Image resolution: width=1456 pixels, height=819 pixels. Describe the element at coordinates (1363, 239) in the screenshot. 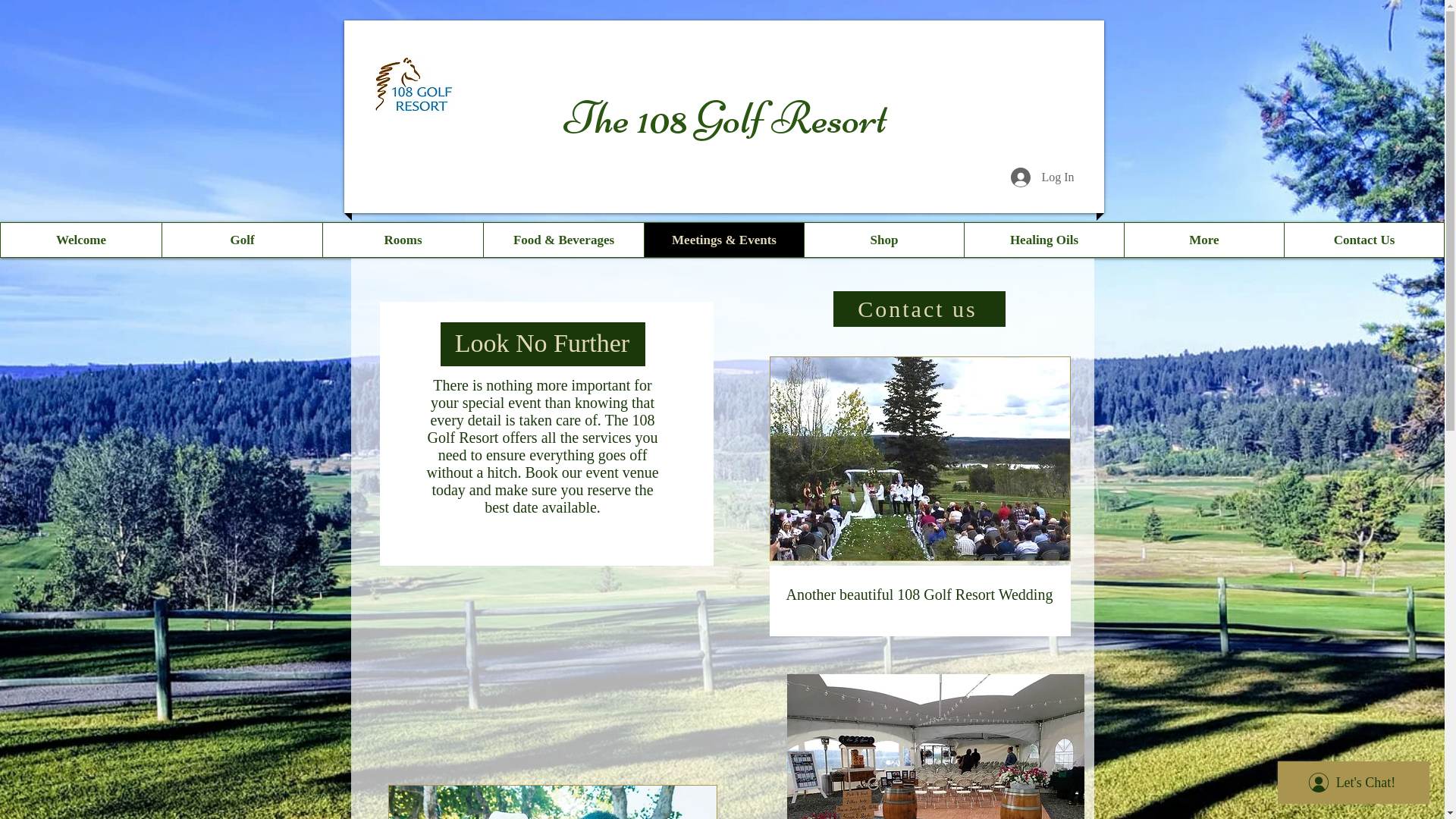

I see `'Contact Us'` at that location.